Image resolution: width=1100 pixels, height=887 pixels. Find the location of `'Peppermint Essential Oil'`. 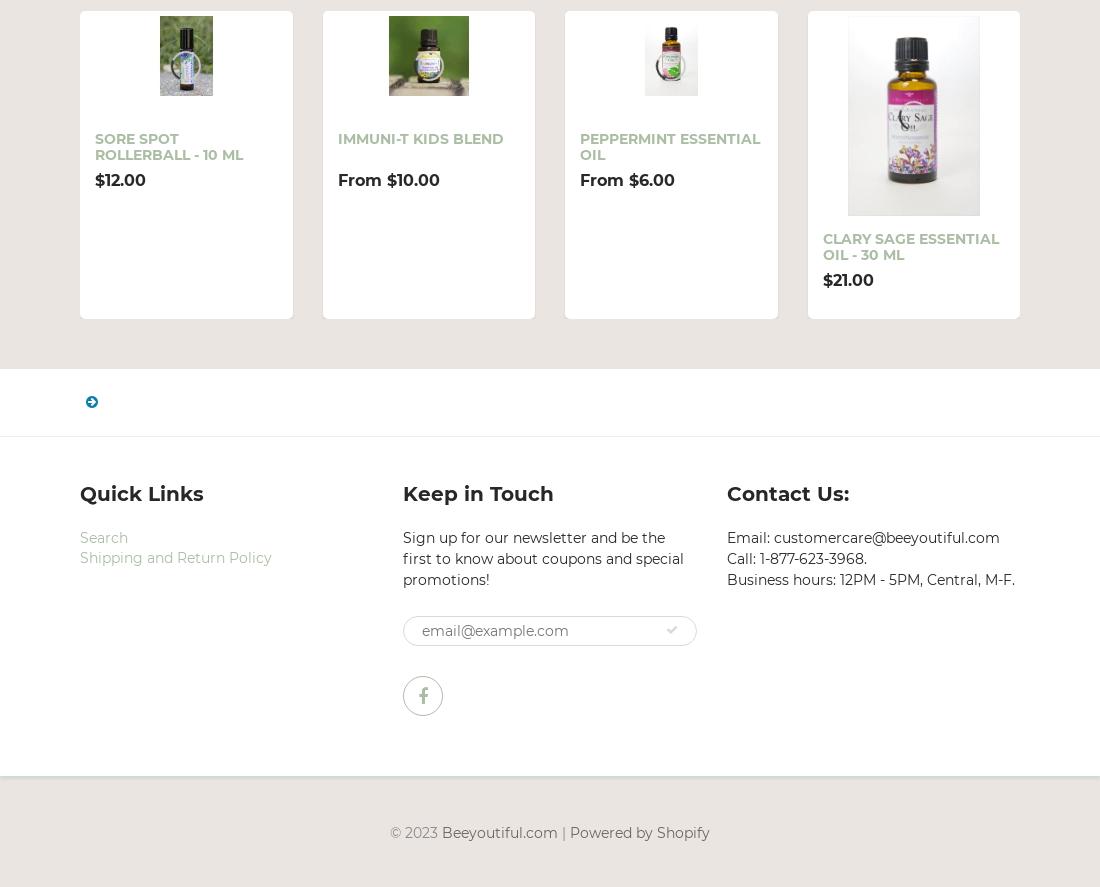

'Peppermint Essential Oil' is located at coordinates (670, 146).